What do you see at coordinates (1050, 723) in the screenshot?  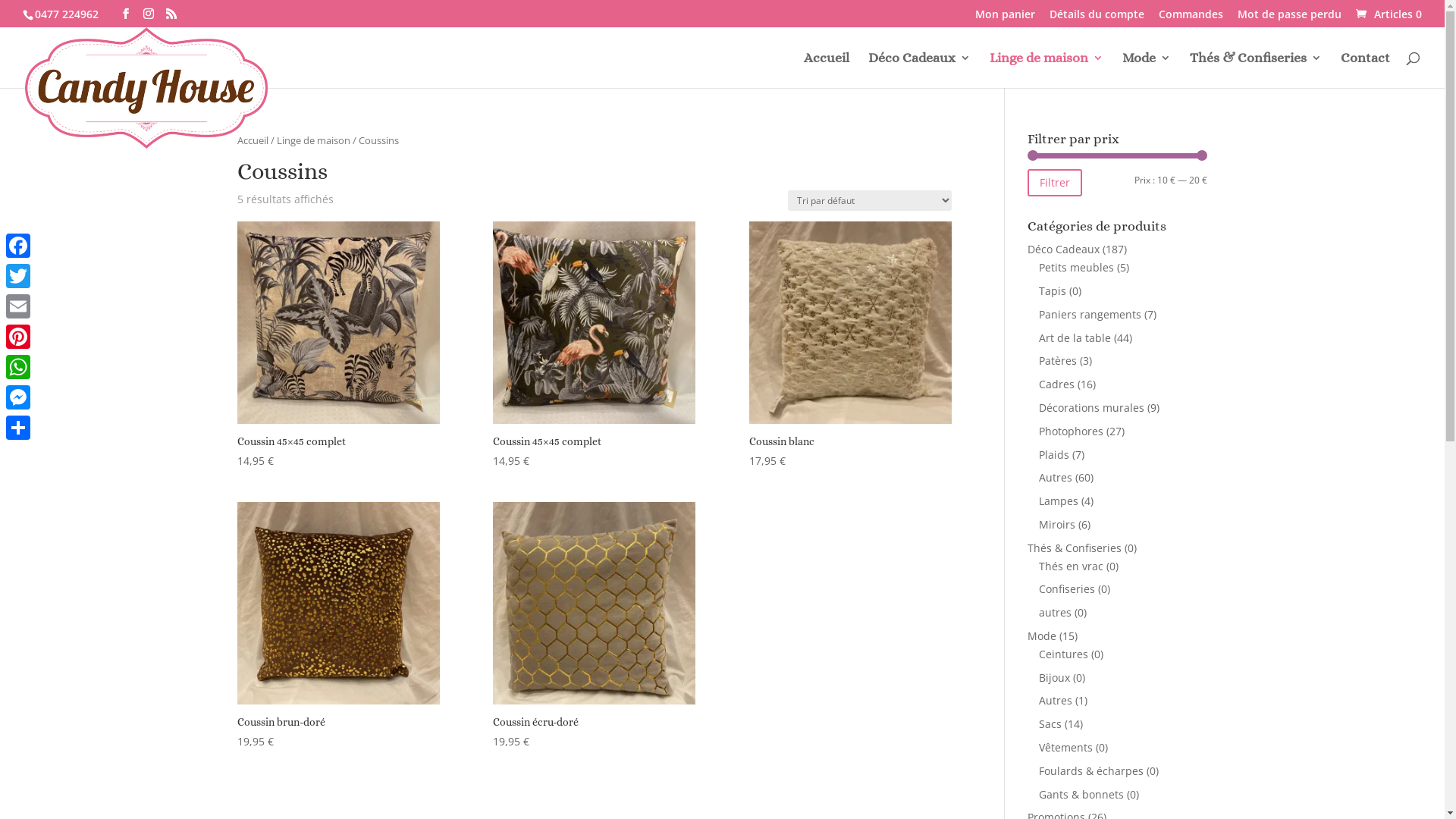 I see `'Sacs'` at bounding box center [1050, 723].